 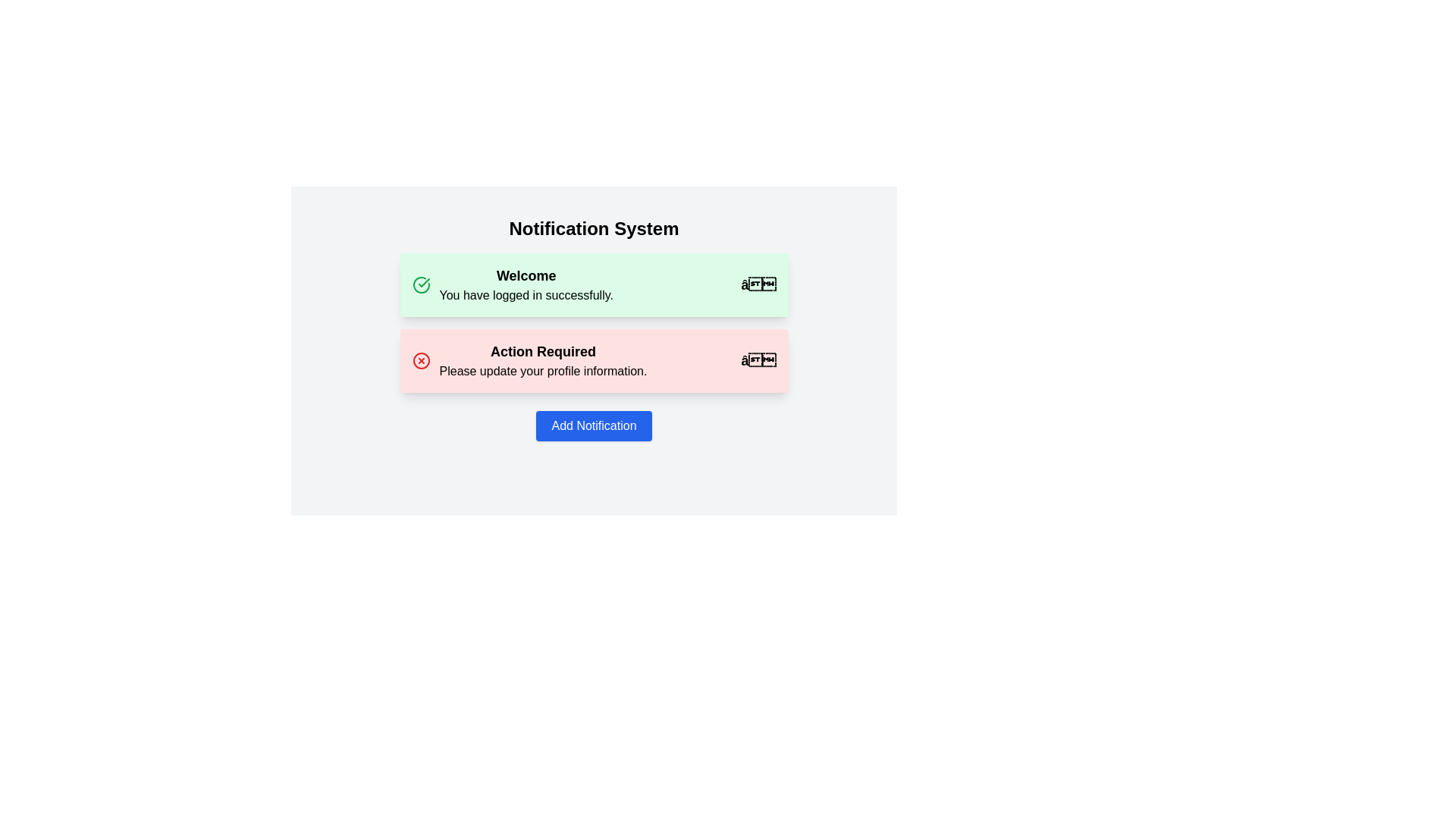 I want to click on the dismiss button located at the top-right corner of the second notification box with a red background that indicates an 'Action Required' message, so click(x=758, y=360).